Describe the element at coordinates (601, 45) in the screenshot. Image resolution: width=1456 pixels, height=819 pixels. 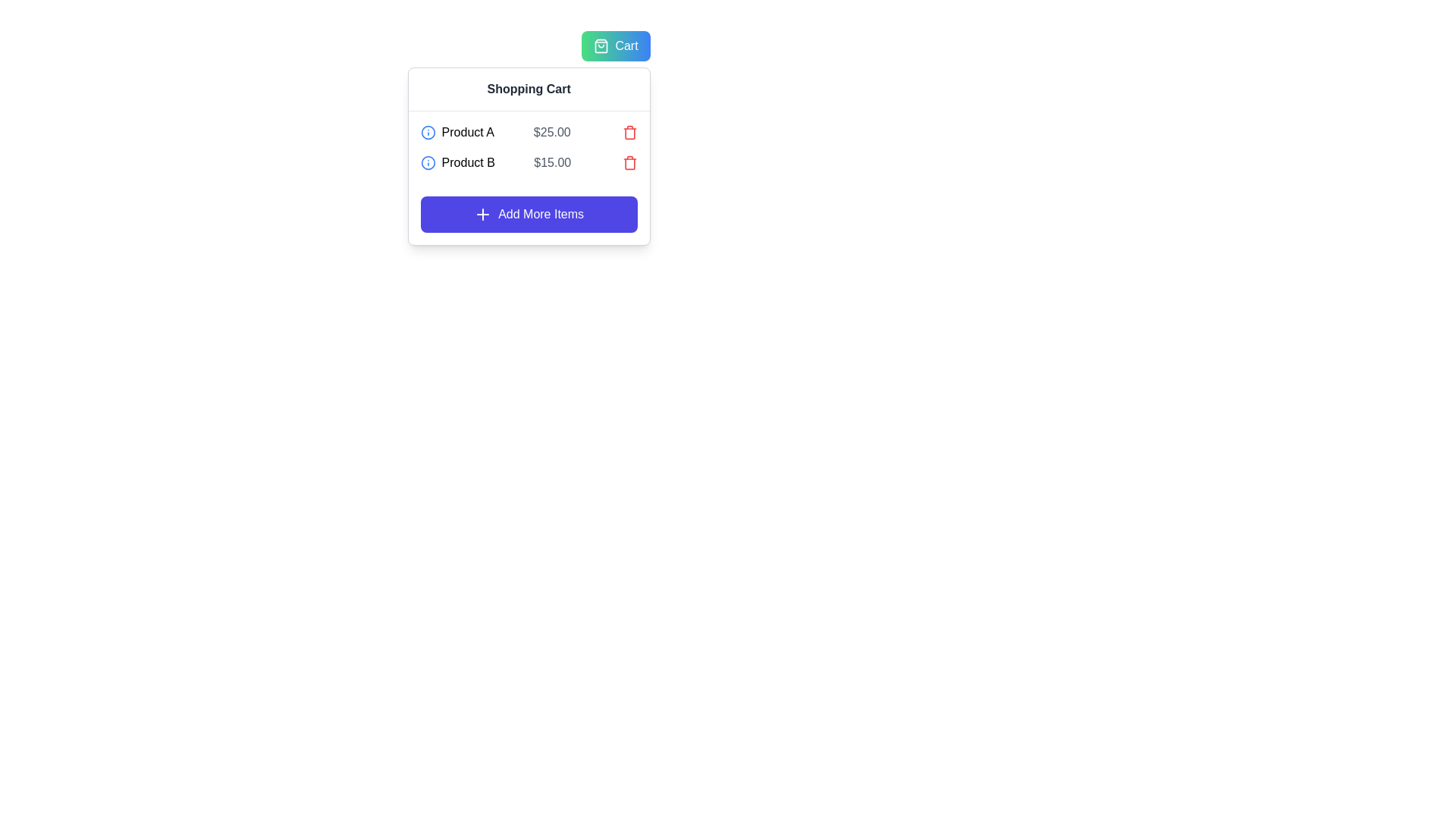
I see `the shopping bag icon located at the top-right corner of the interface, adjacent to the 'Cart' label` at that location.